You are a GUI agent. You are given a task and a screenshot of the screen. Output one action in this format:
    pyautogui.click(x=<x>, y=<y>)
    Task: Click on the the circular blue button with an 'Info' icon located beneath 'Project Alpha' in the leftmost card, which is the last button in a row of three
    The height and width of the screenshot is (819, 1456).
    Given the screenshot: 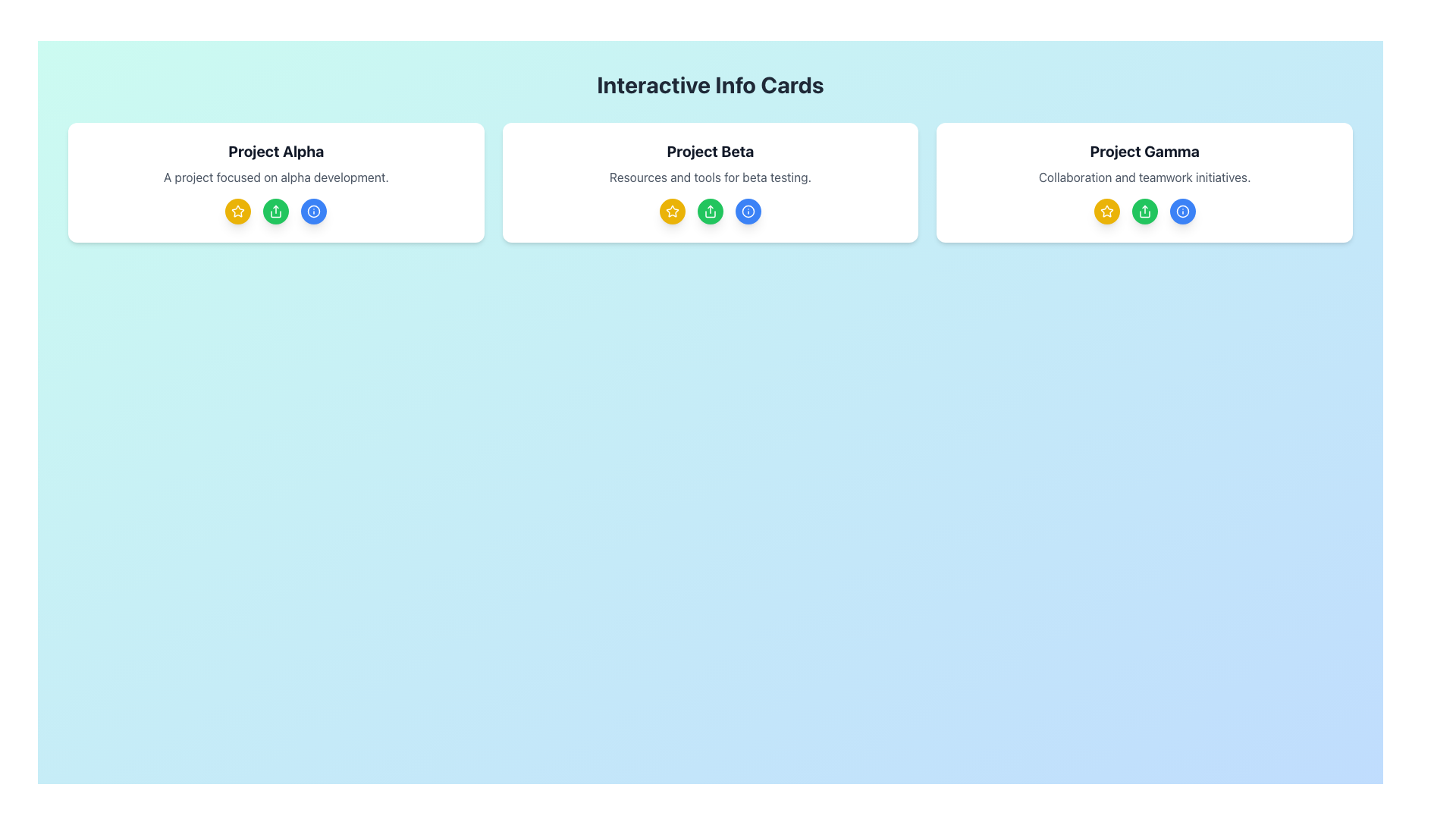 What is the action you would take?
    pyautogui.click(x=313, y=211)
    